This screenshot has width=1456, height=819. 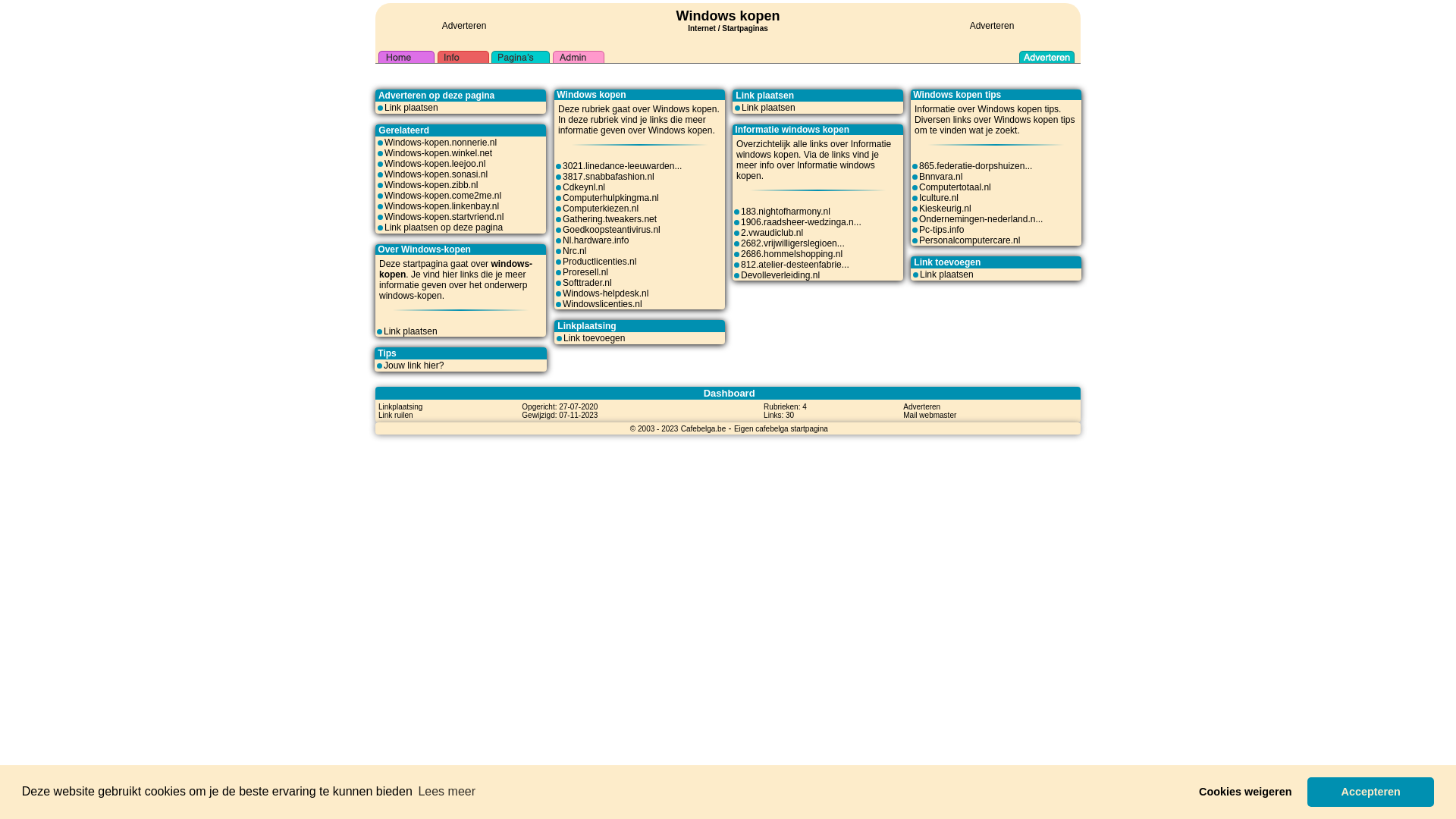 What do you see at coordinates (1188, 791) in the screenshot?
I see `'Cookies weigeren'` at bounding box center [1188, 791].